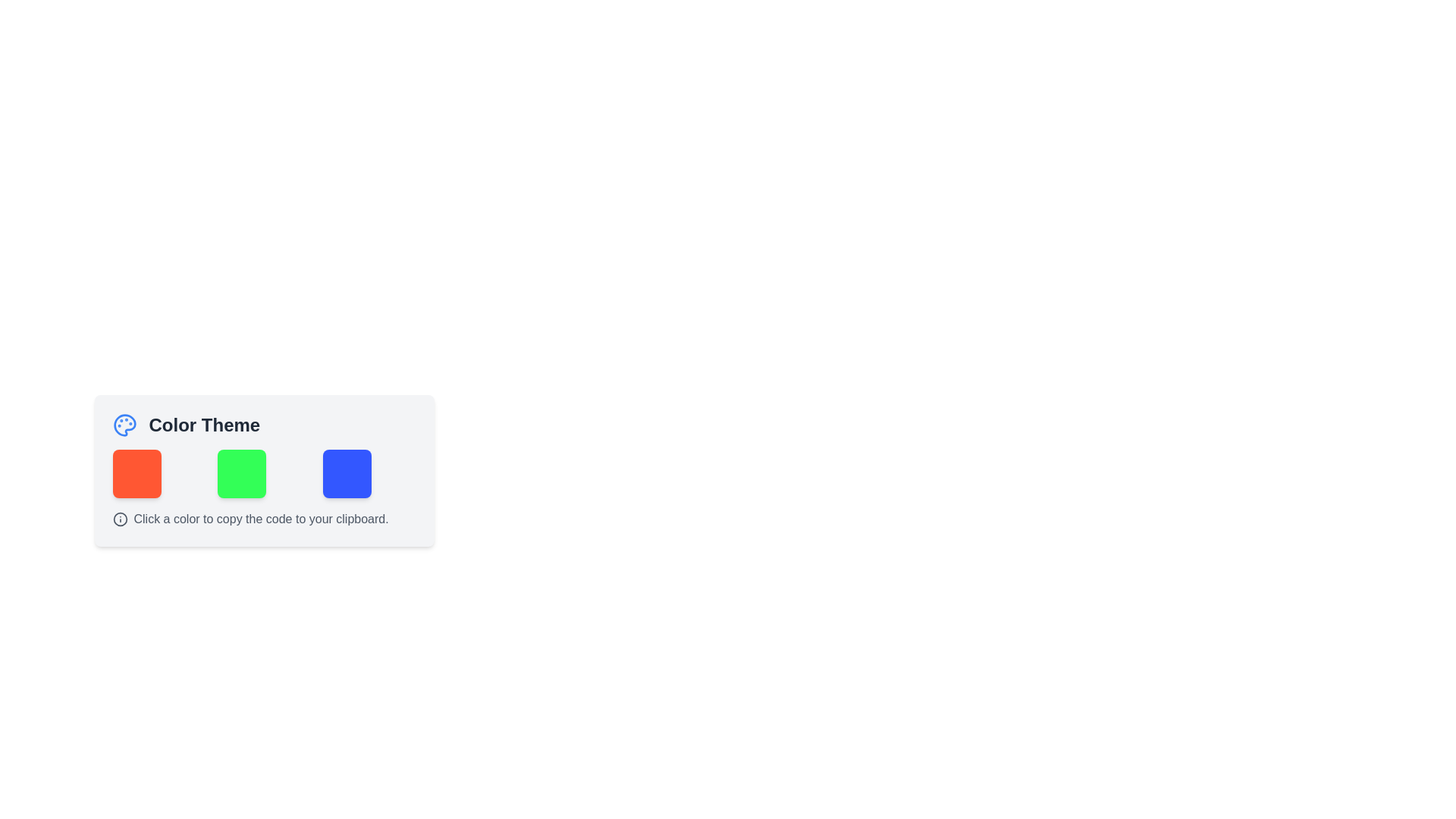 The image size is (1456, 819). Describe the element at coordinates (136, 472) in the screenshot. I see `the Color box located in the first column of a three-item grid layout, positioned far-left next to green and blue color options` at that location.